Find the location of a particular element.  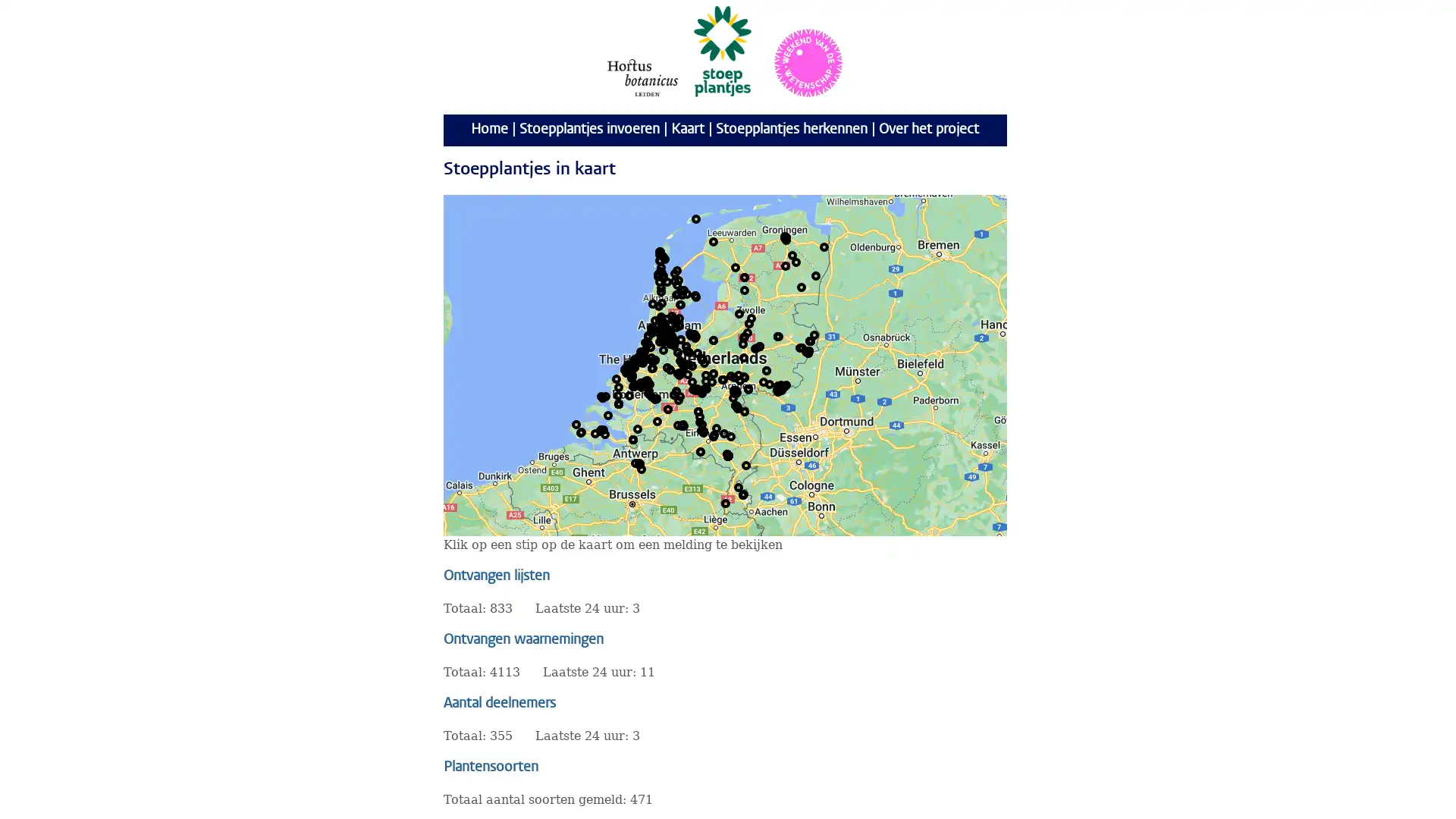

Telling van Nova op 05 december 2021 is located at coordinates (738, 406).